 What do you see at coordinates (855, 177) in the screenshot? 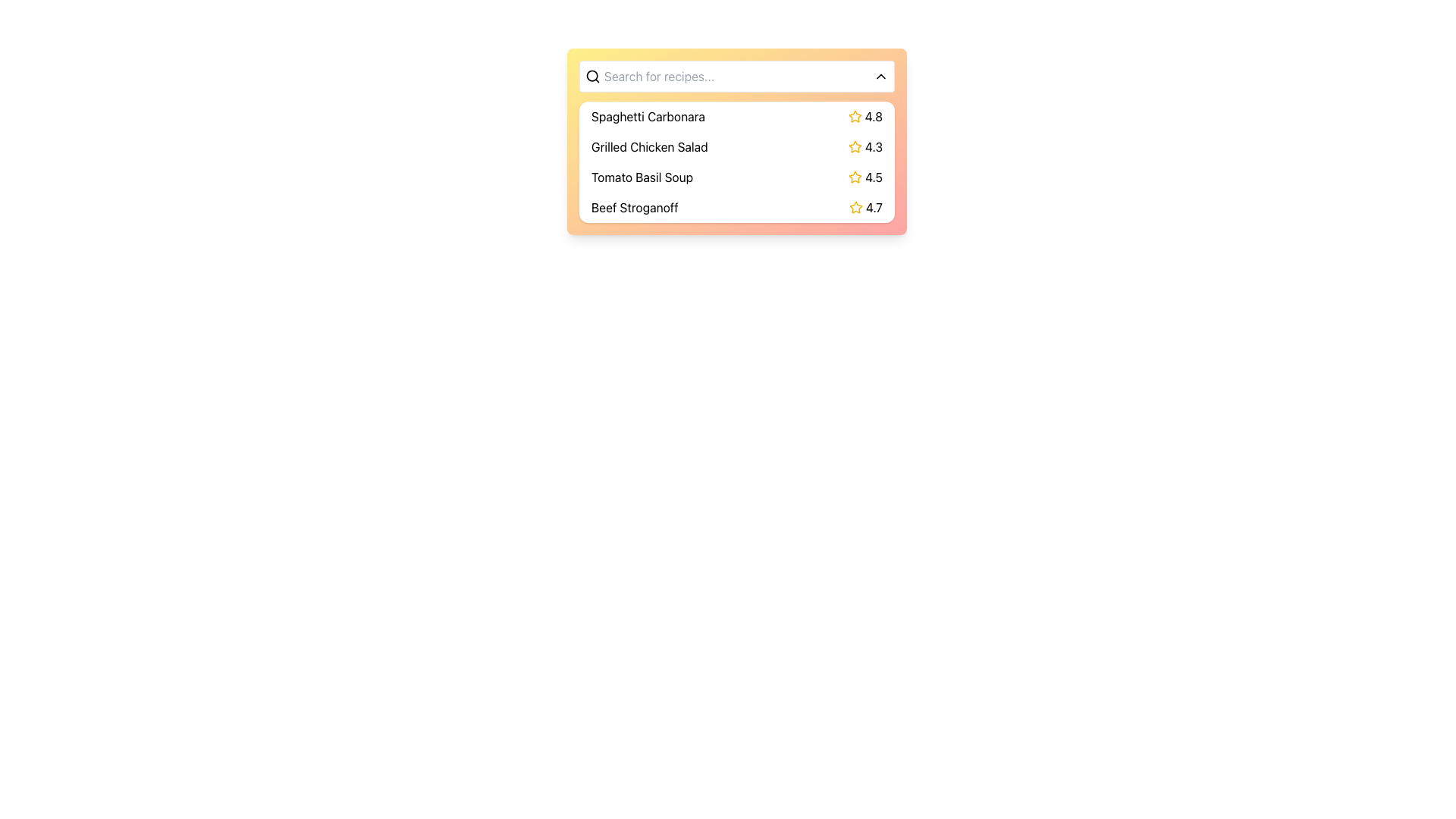
I see `the rating icon located to the right of the 'Tomato Basil Soup' text, which indicates a score of '4.5'` at bounding box center [855, 177].